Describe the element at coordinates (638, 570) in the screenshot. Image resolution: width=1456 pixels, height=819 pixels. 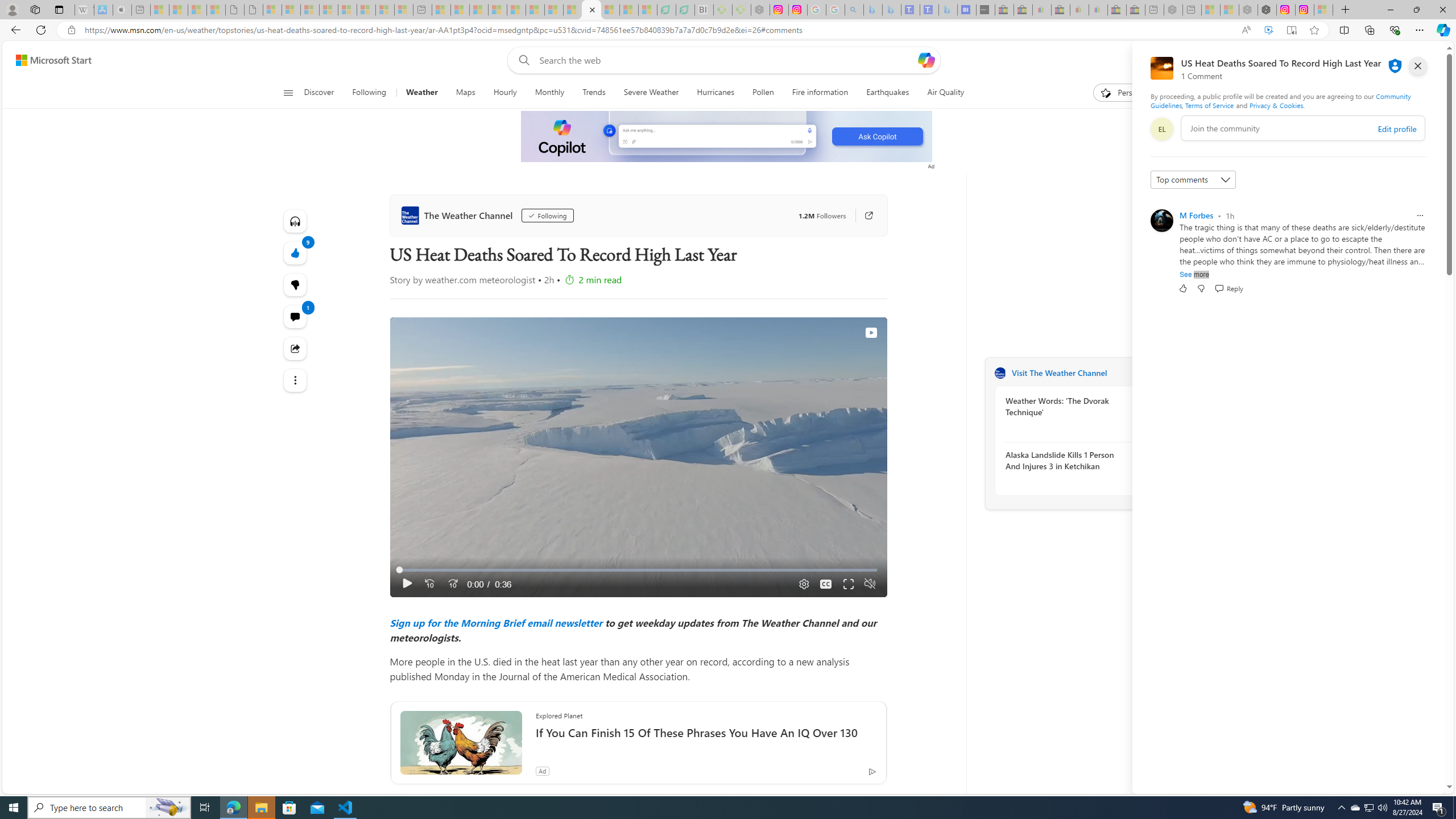
I see `'Progress Bar'` at that location.